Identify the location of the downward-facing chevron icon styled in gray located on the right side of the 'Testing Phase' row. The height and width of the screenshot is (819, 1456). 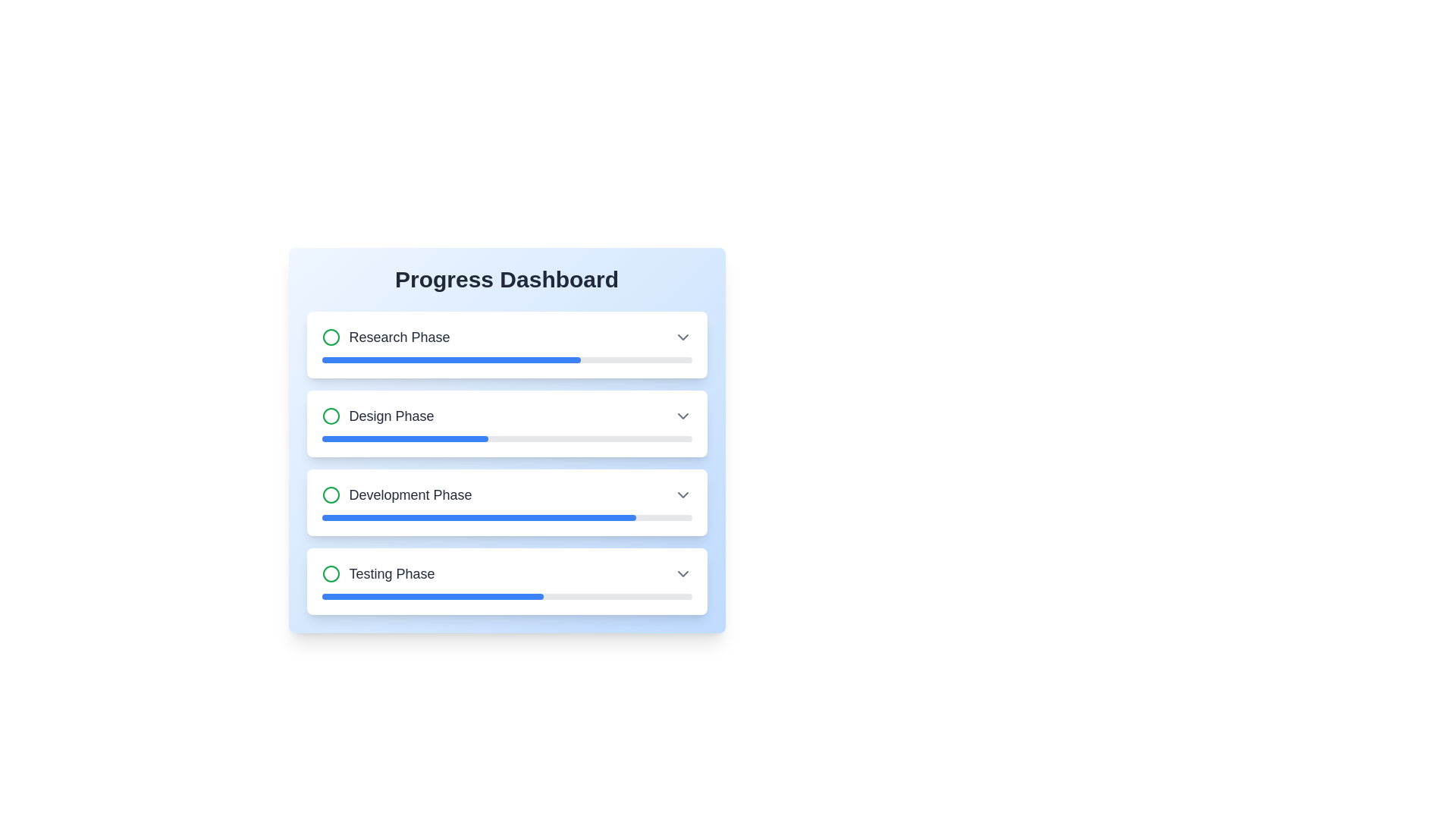
(682, 573).